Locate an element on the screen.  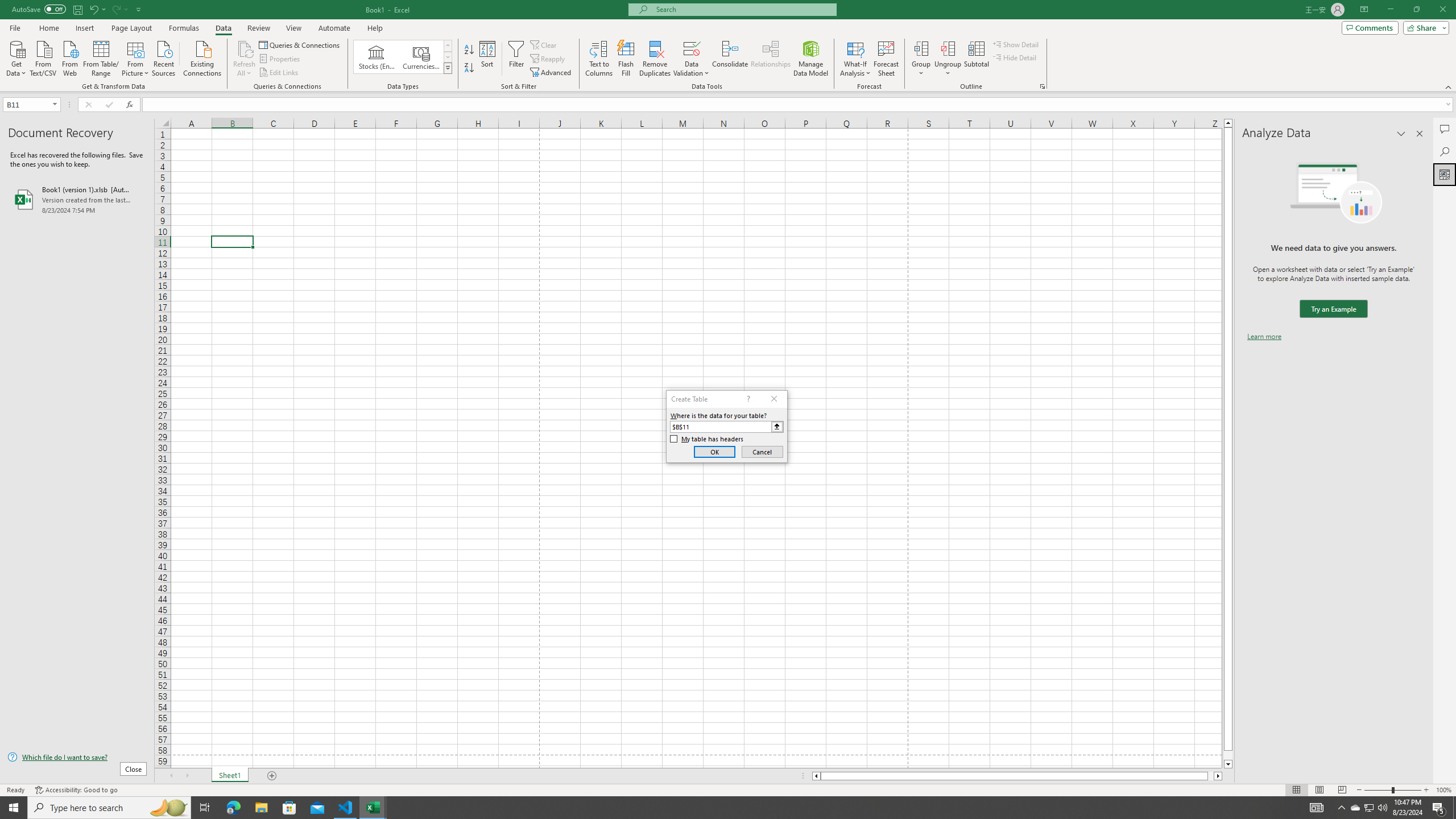
'Existing Connections' is located at coordinates (201, 57).